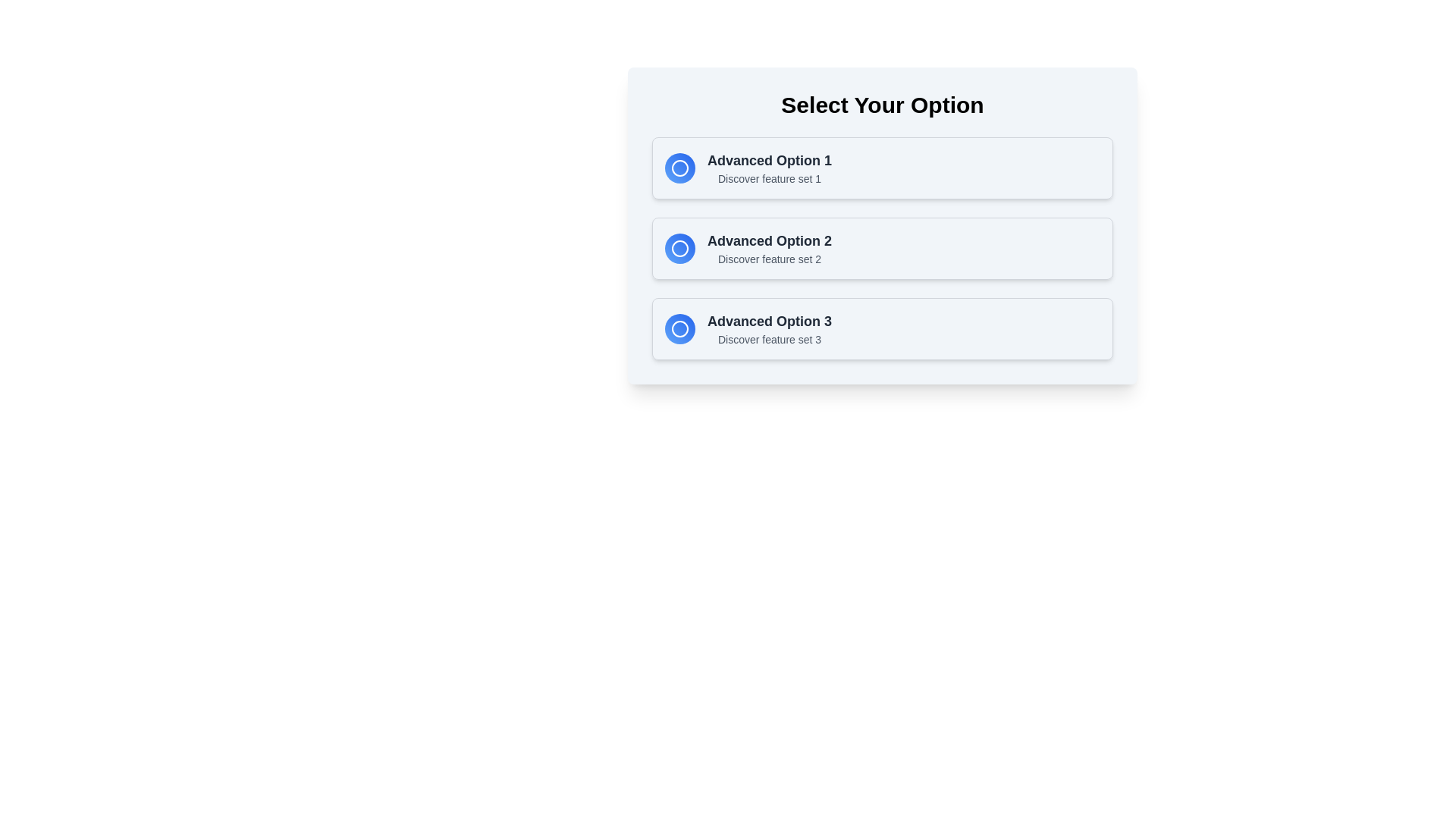  What do you see at coordinates (679, 247) in the screenshot?
I see `the circular gradient-filled icon with a blue to cyan transition, located in the second option of a vertical list titled 'Advanced Option 2'` at bounding box center [679, 247].